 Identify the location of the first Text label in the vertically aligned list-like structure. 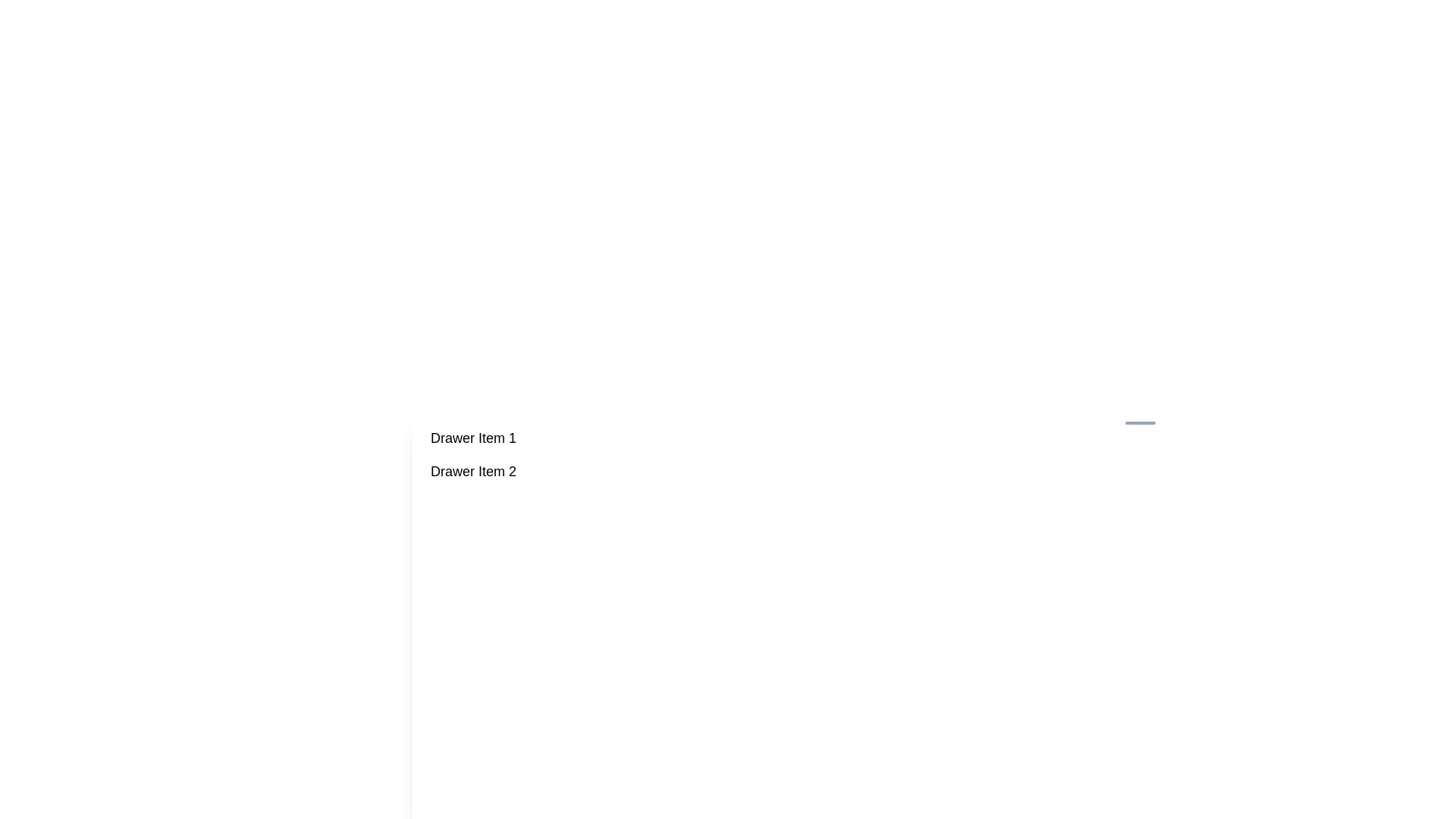
(472, 438).